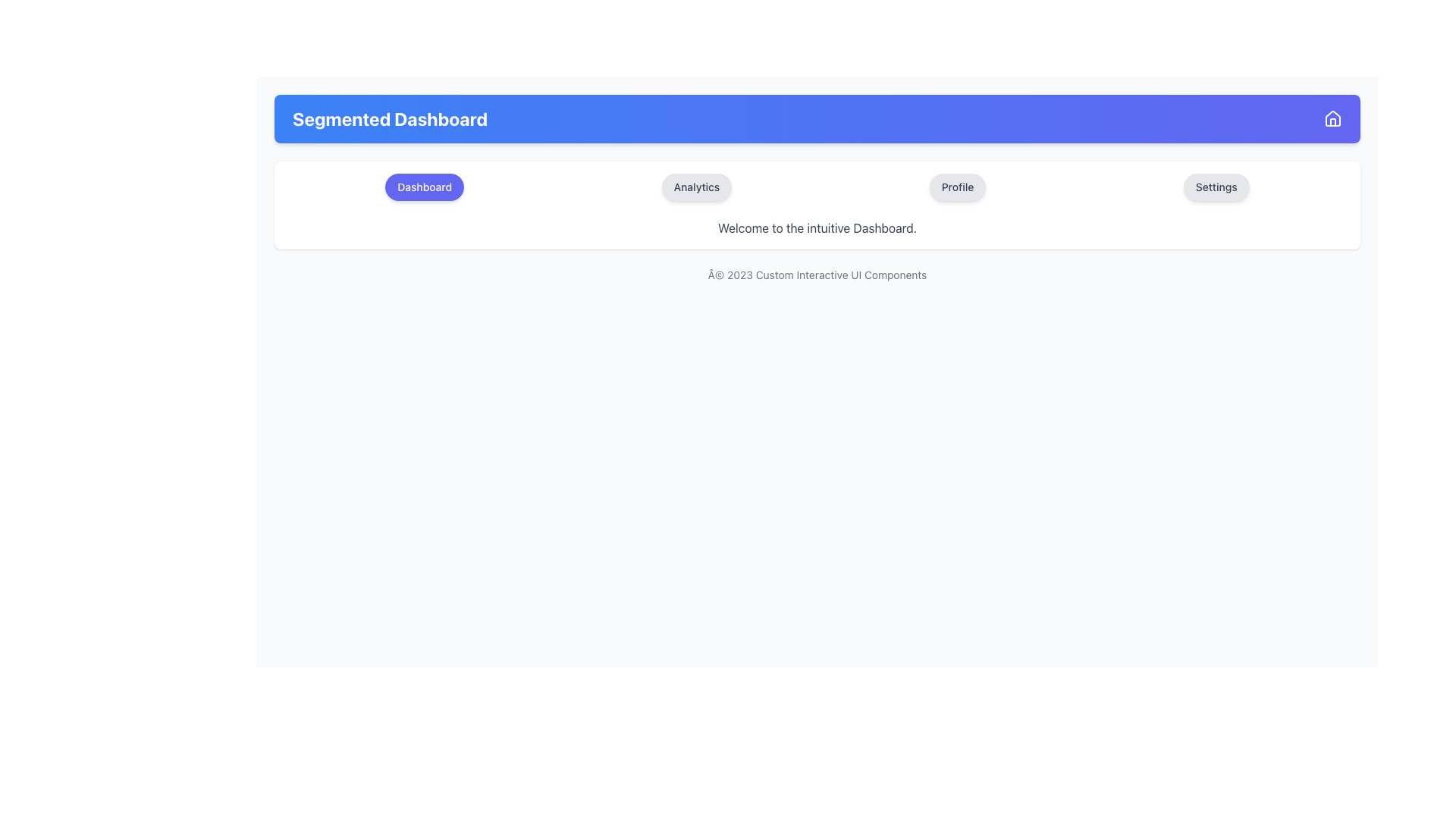 Image resolution: width=1456 pixels, height=819 pixels. What do you see at coordinates (1216, 186) in the screenshot?
I see `the 'Settings' button located at the right end of the horizontal menu bar` at bounding box center [1216, 186].